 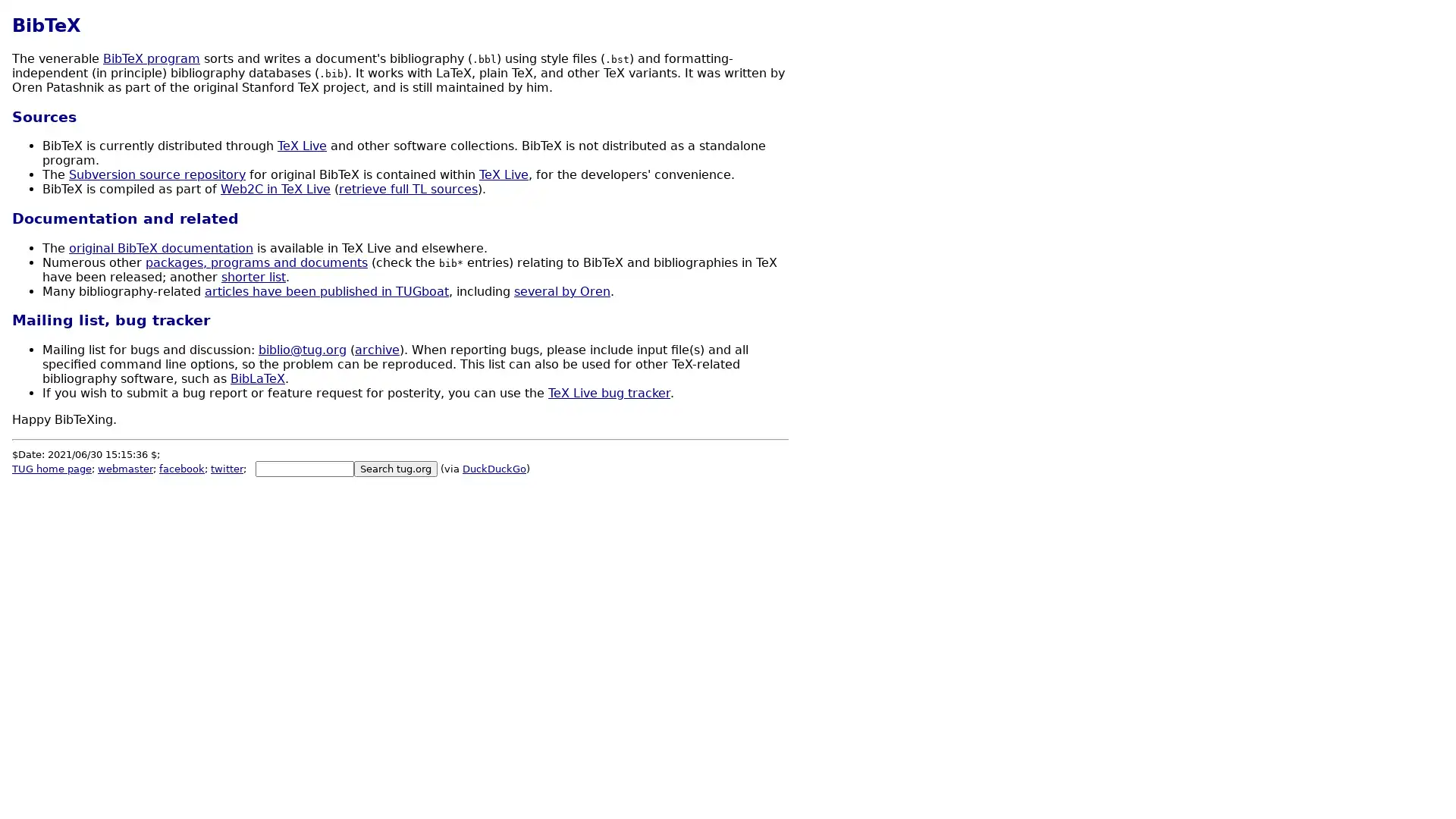 What do you see at coordinates (396, 468) in the screenshot?
I see `Search tug.org` at bounding box center [396, 468].